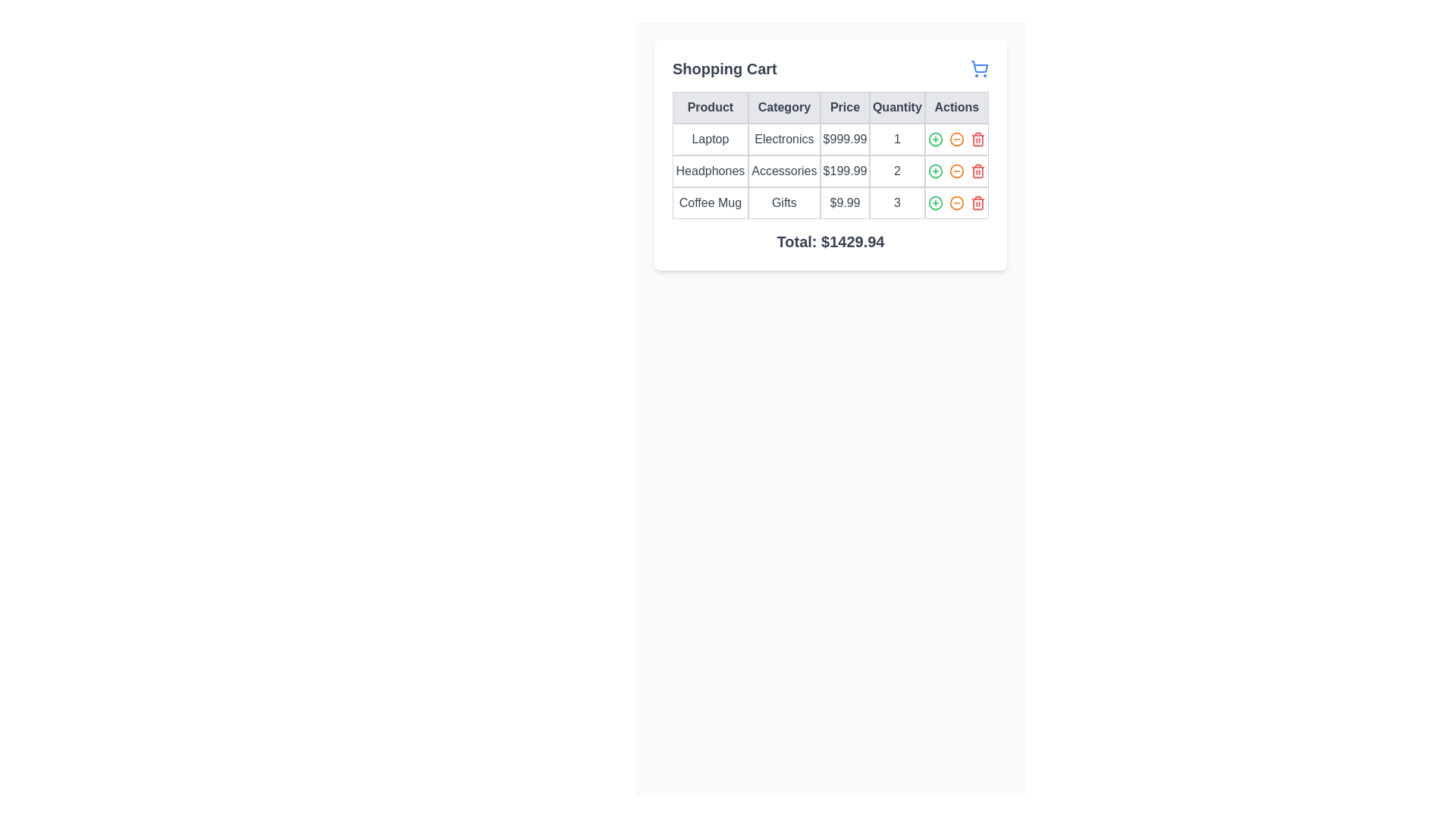 This screenshot has width=1456, height=819. I want to click on the red trash can icon button in the Shopping Cart card, so click(977, 202).